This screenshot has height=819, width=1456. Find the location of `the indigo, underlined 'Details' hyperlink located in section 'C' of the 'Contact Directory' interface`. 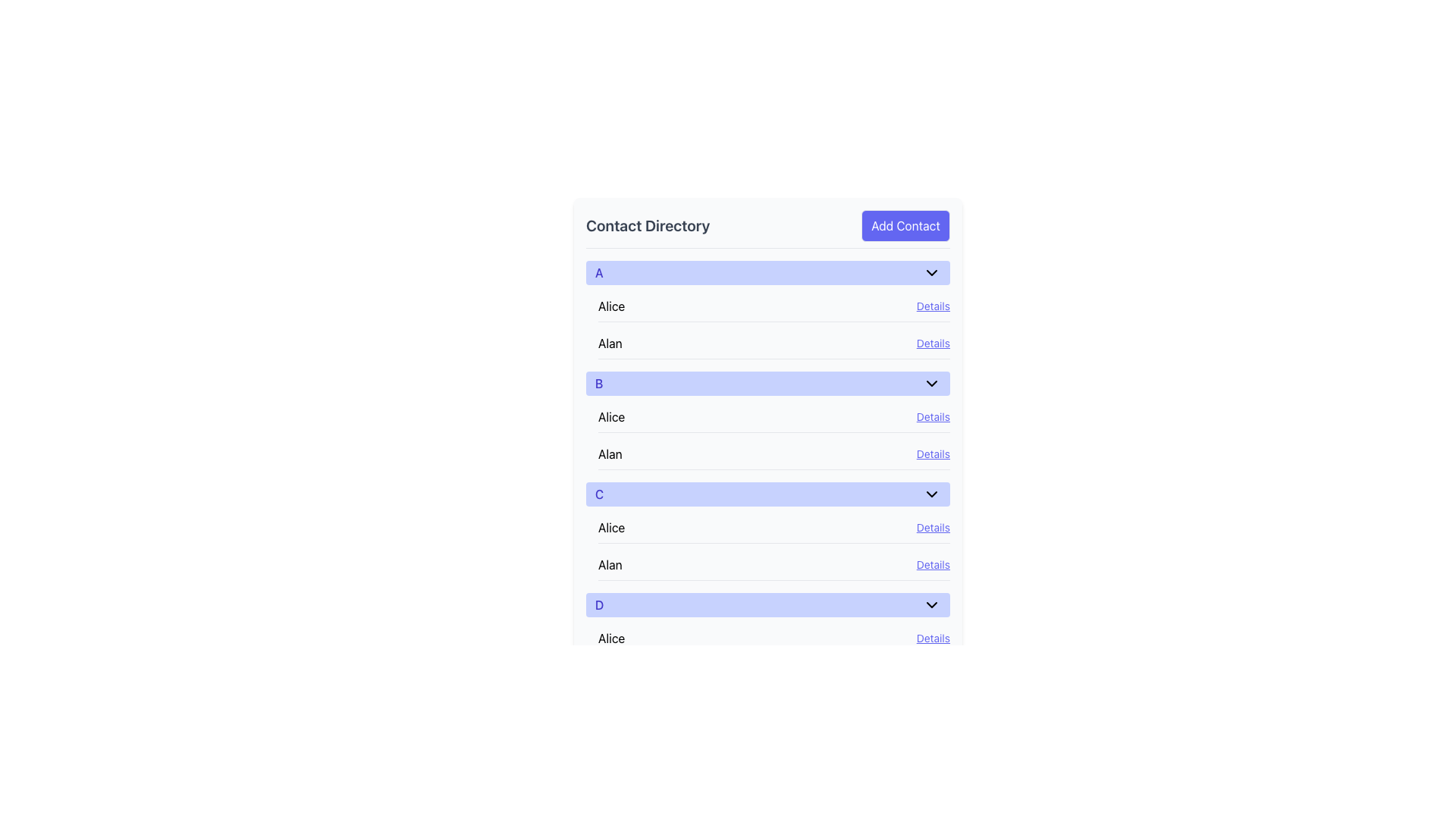

the indigo, underlined 'Details' hyperlink located in section 'C' of the 'Contact Directory' interface is located at coordinates (932, 564).